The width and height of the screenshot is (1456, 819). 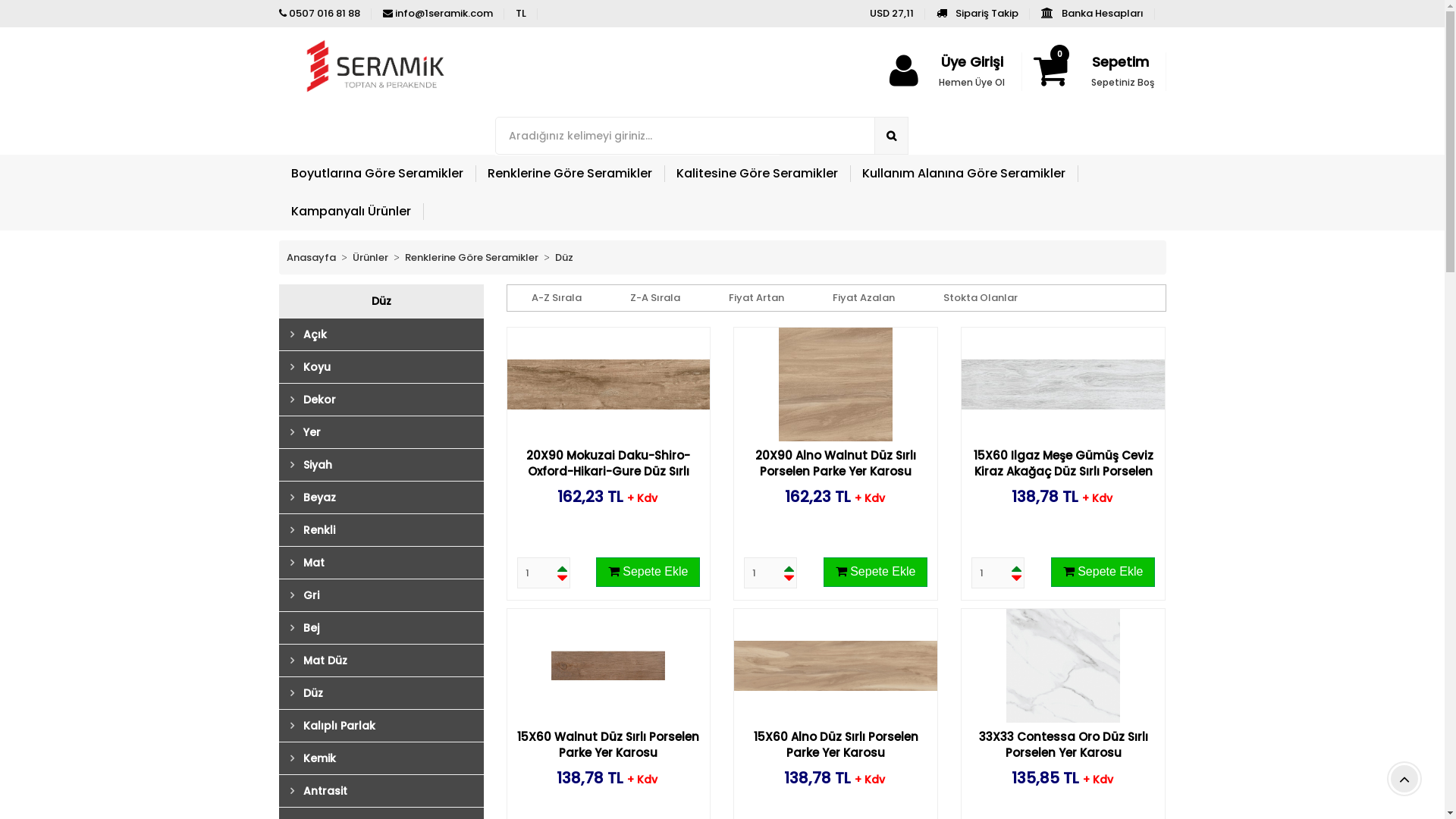 What do you see at coordinates (391, 595) in the screenshot?
I see `'Gri'` at bounding box center [391, 595].